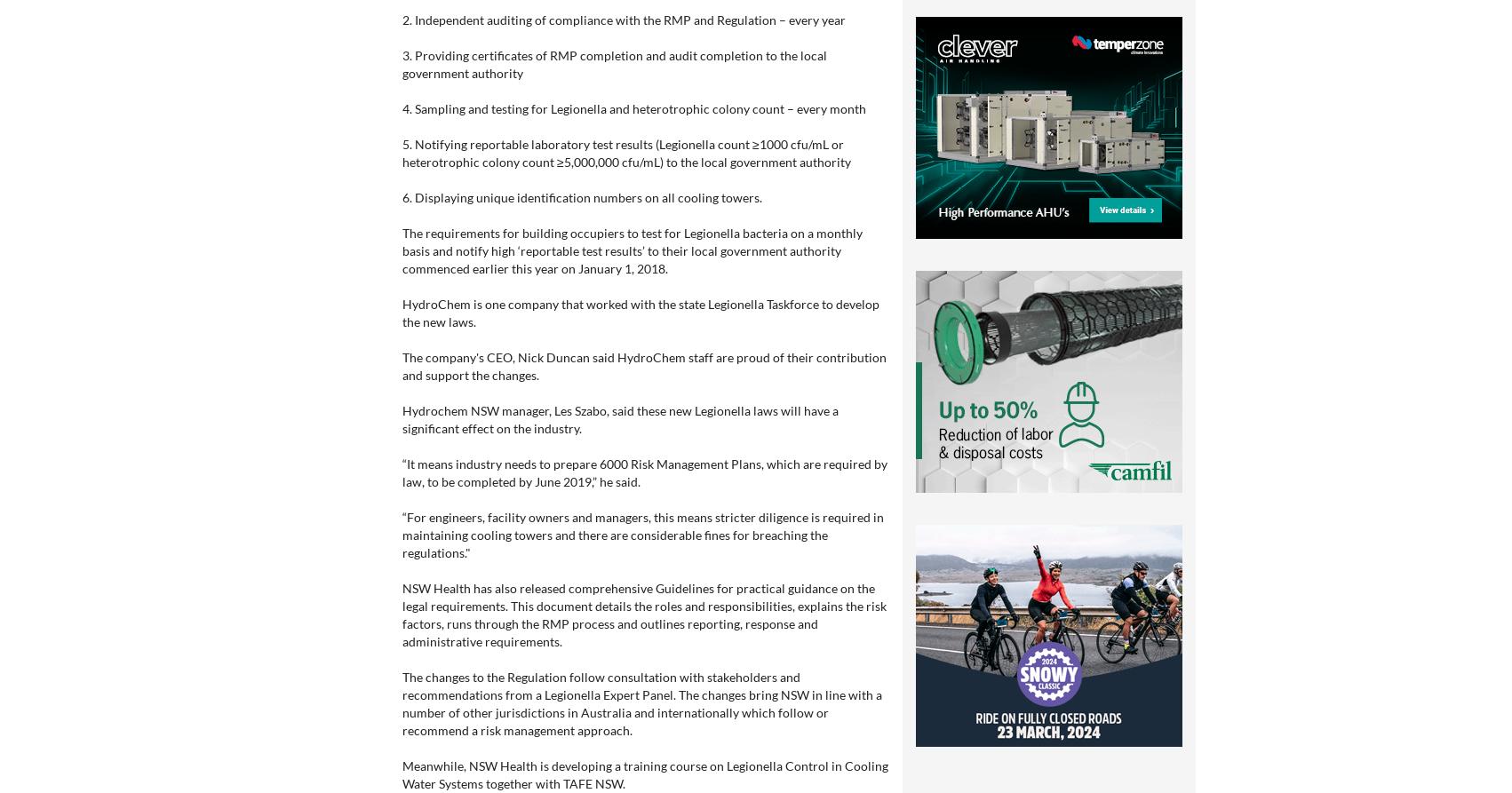  Describe the element at coordinates (631, 250) in the screenshot. I see `'The requirements for building occupiers to test for Legionella bacteria on a monthly basis and notify high ‘reportable test results’ to their local government authority commenced earlier this year on January 1, 2018.'` at that location.